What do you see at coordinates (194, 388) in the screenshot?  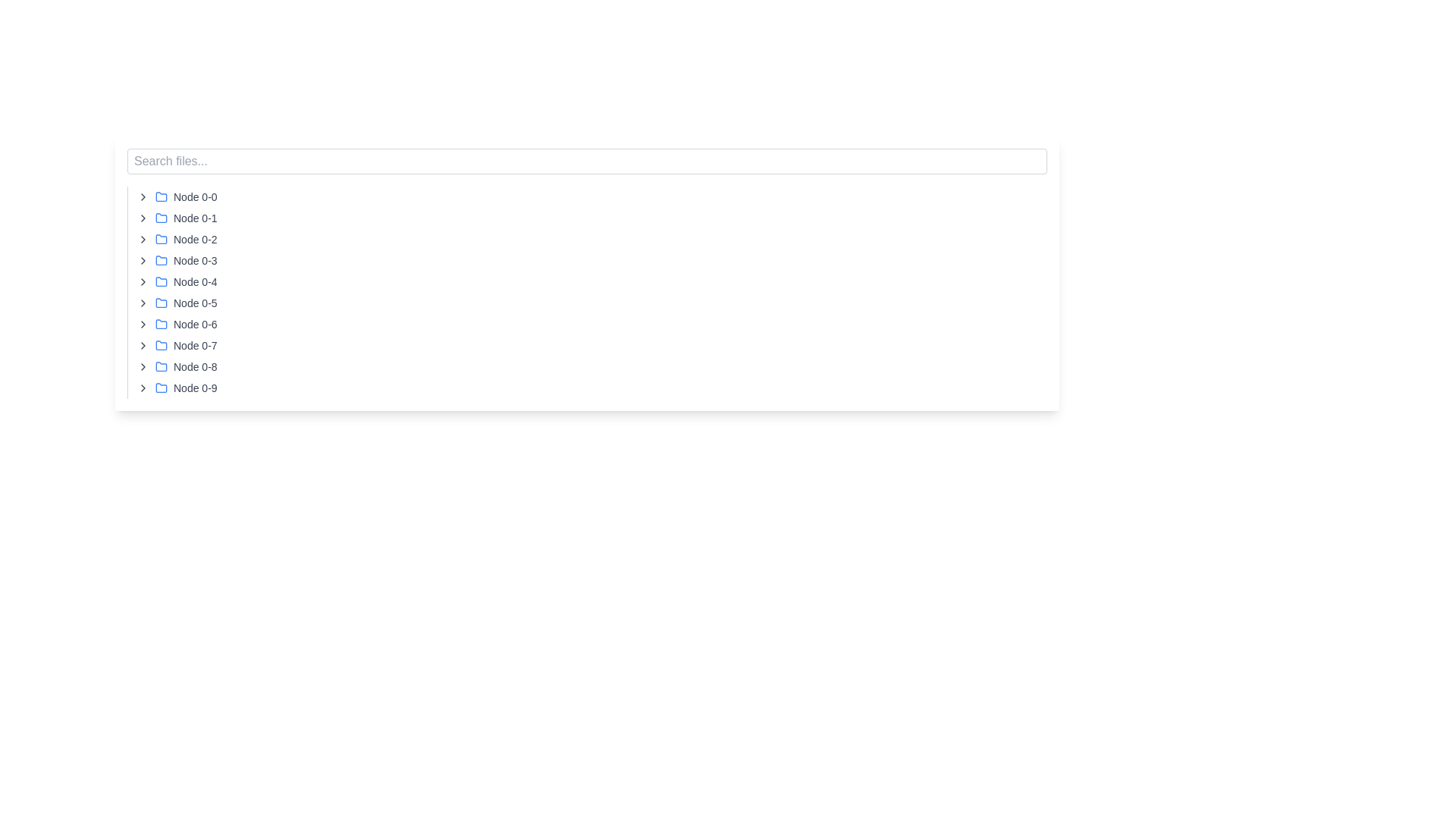 I see `the text label reading 'Node 0-9'` at bounding box center [194, 388].